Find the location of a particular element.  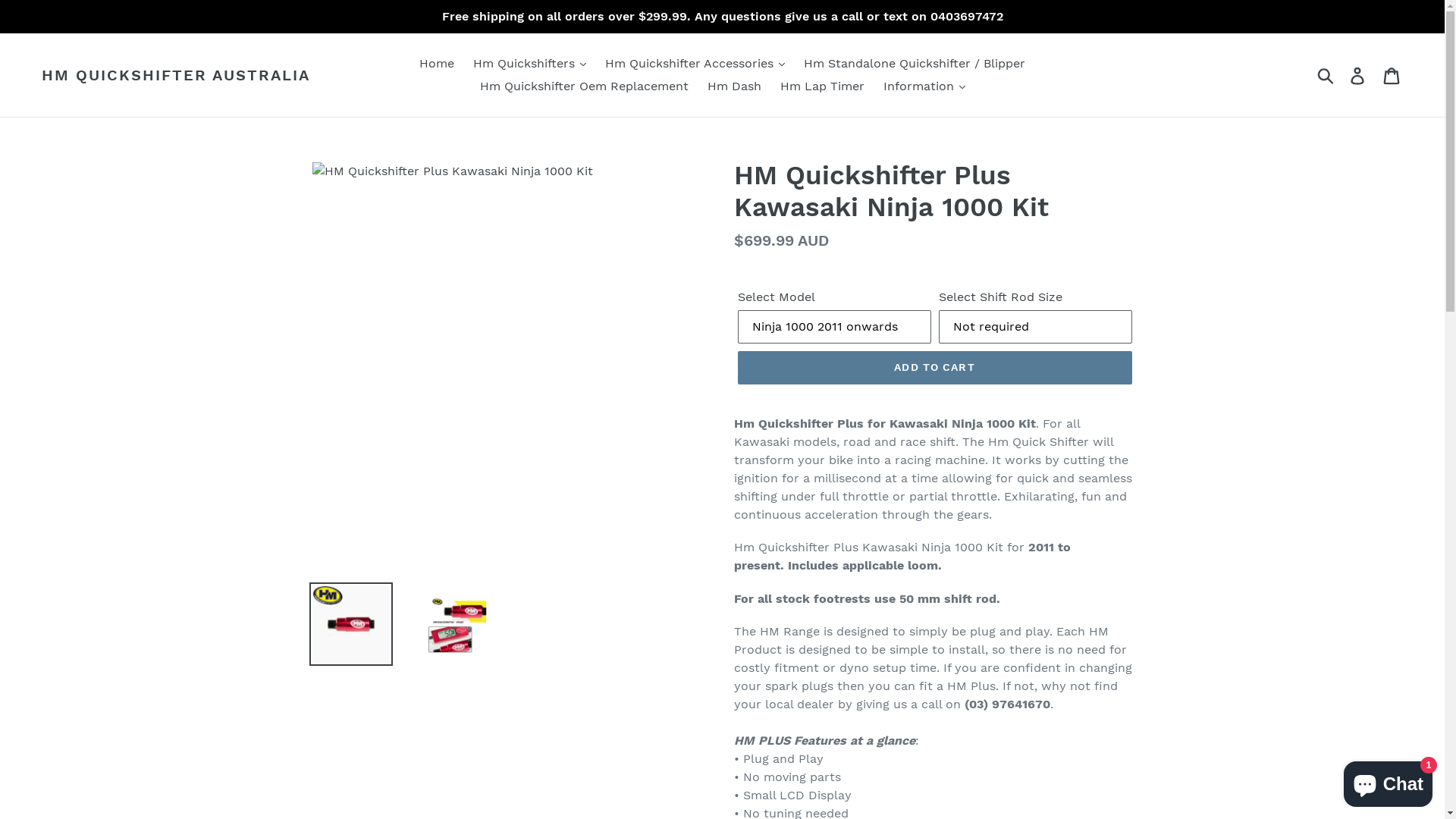

'HM QUICKSHIFTER AUSTRALIA' is located at coordinates (175, 75).